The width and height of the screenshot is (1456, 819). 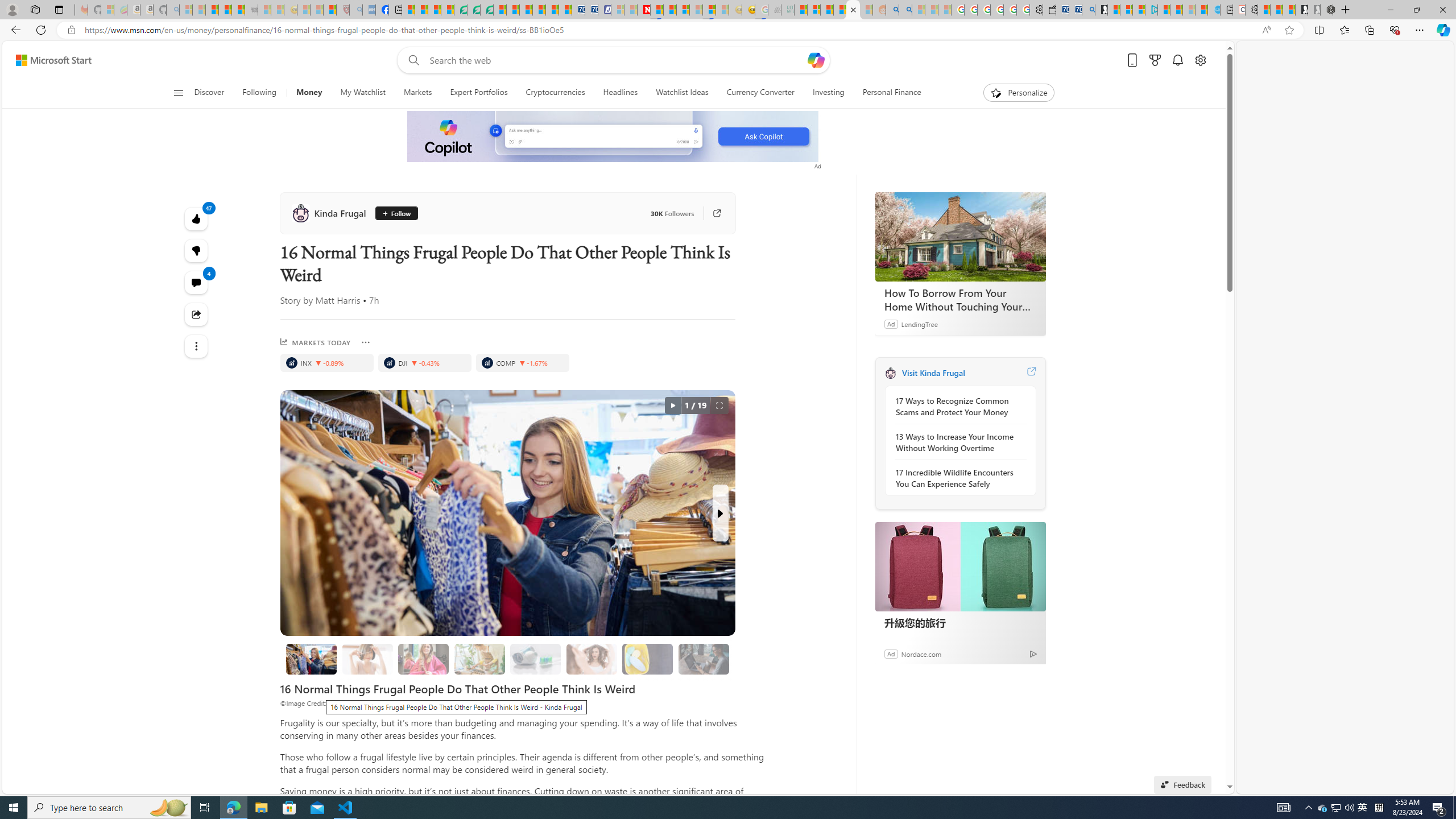 What do you see at coordinates (196, 250) in the screenshot?
I see `'Dislike'` at bounding box center [196, 250].